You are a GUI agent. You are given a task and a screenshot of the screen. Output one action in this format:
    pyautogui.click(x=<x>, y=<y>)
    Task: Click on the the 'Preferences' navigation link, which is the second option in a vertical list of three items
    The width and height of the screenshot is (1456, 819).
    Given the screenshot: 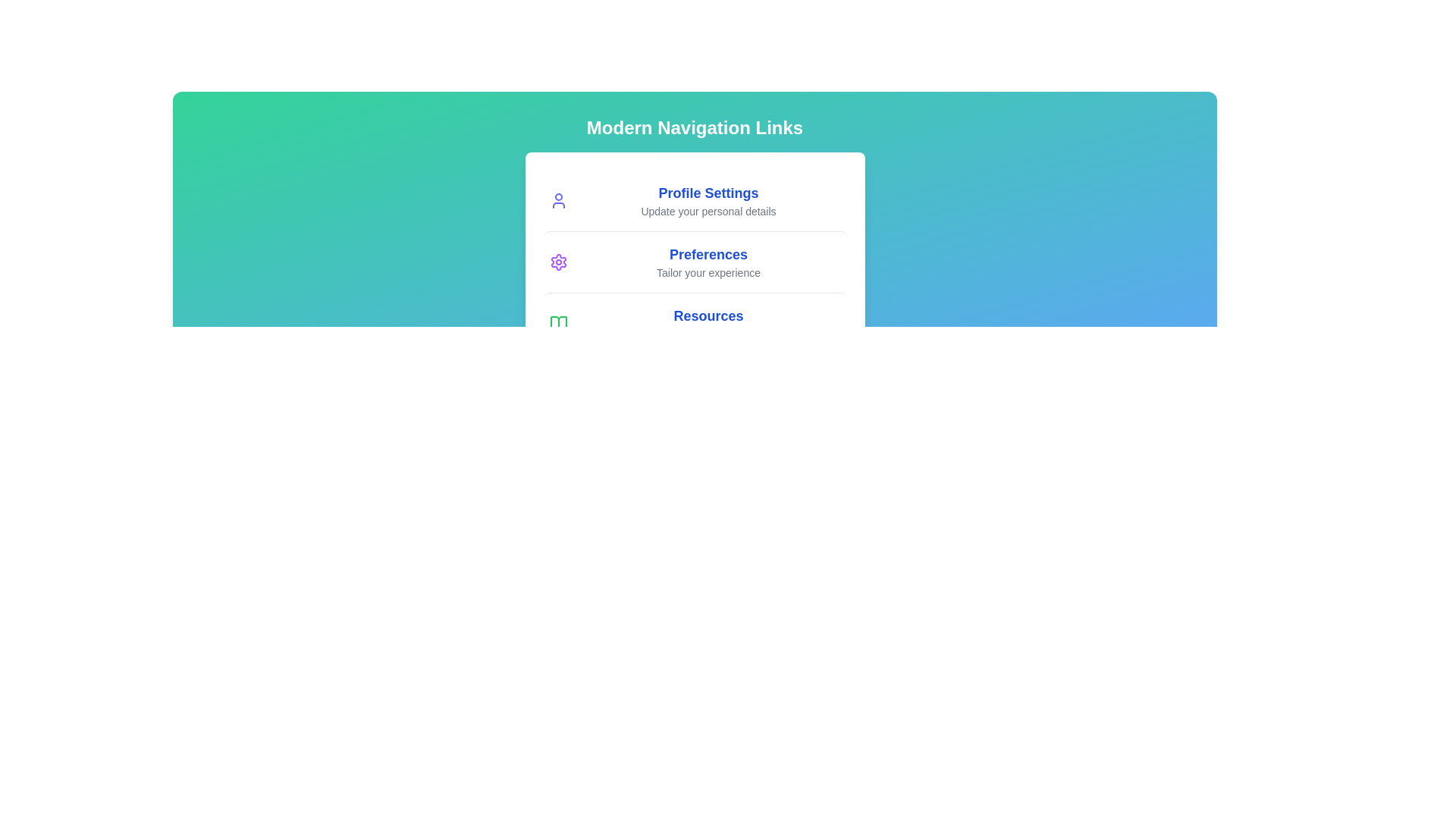 What is the action you would take?
    pyautogui.click(x=708, y=262)
    